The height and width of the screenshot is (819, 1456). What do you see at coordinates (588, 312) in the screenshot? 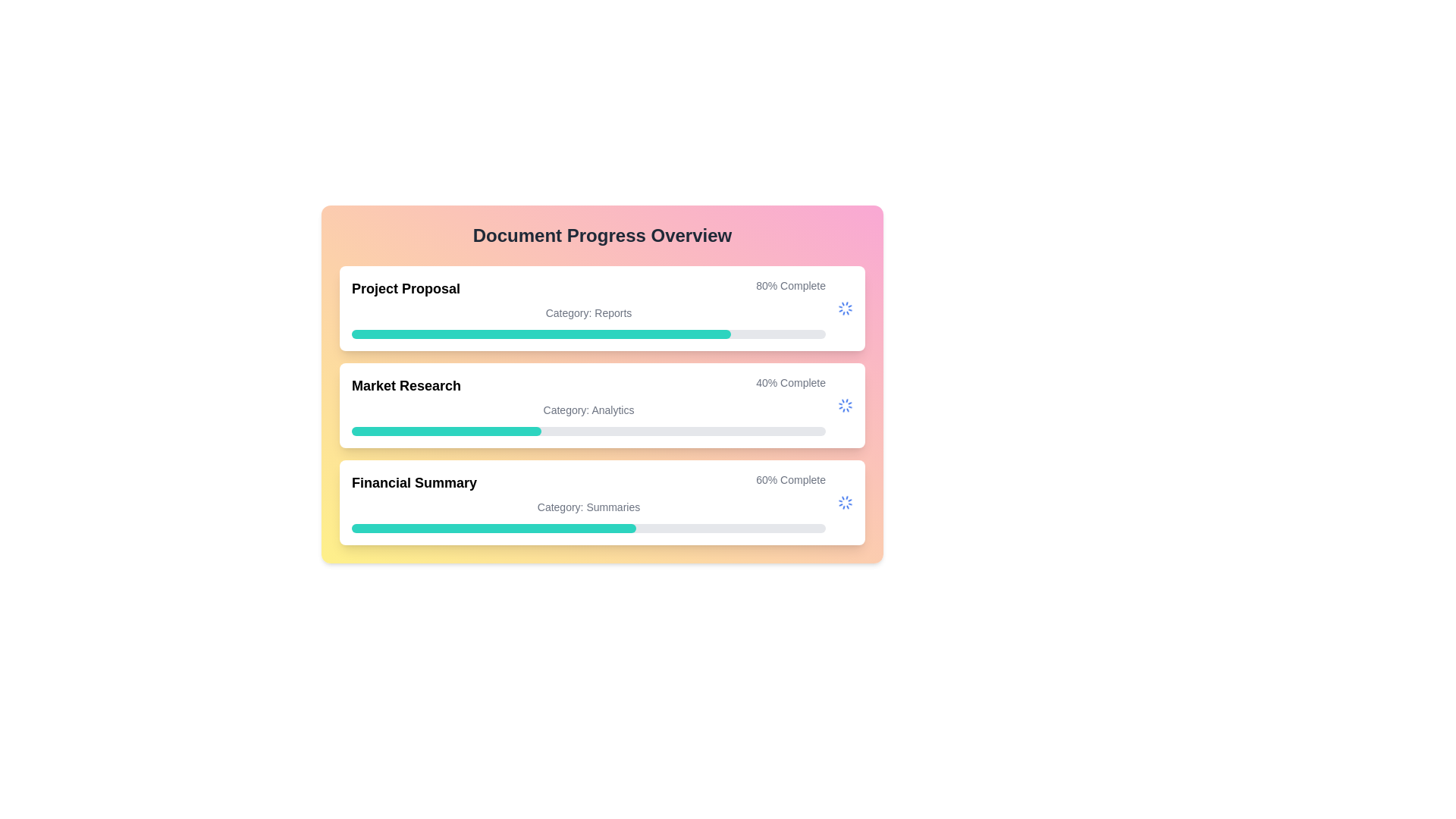
I see `the 'Reports' text label located in the 'Project Proposal' card beneath the progress bar and completion percentage text` at bounding box center [588, 312].